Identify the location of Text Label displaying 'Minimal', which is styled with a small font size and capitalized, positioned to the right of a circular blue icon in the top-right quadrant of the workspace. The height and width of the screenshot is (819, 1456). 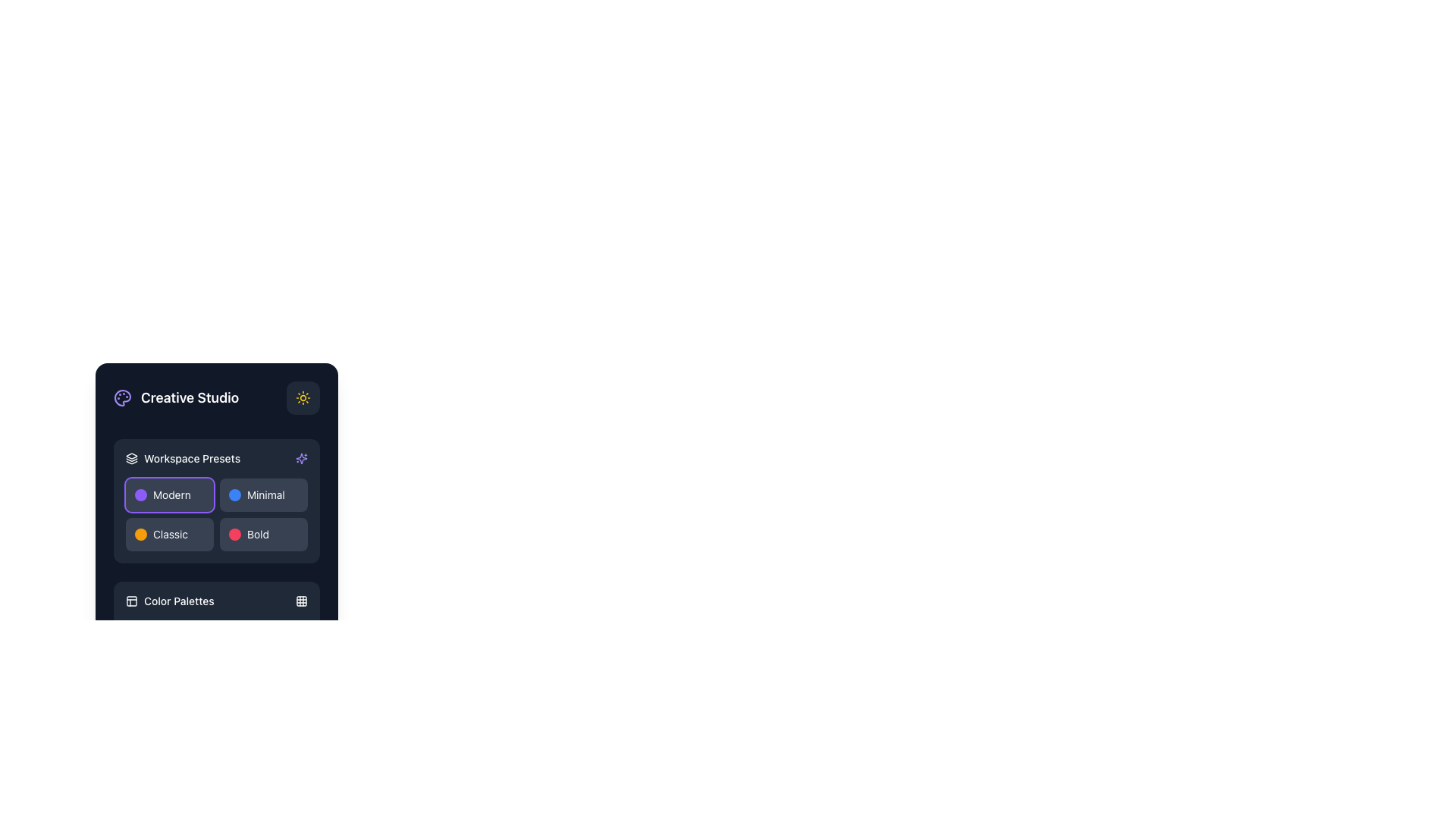
(265, 494).